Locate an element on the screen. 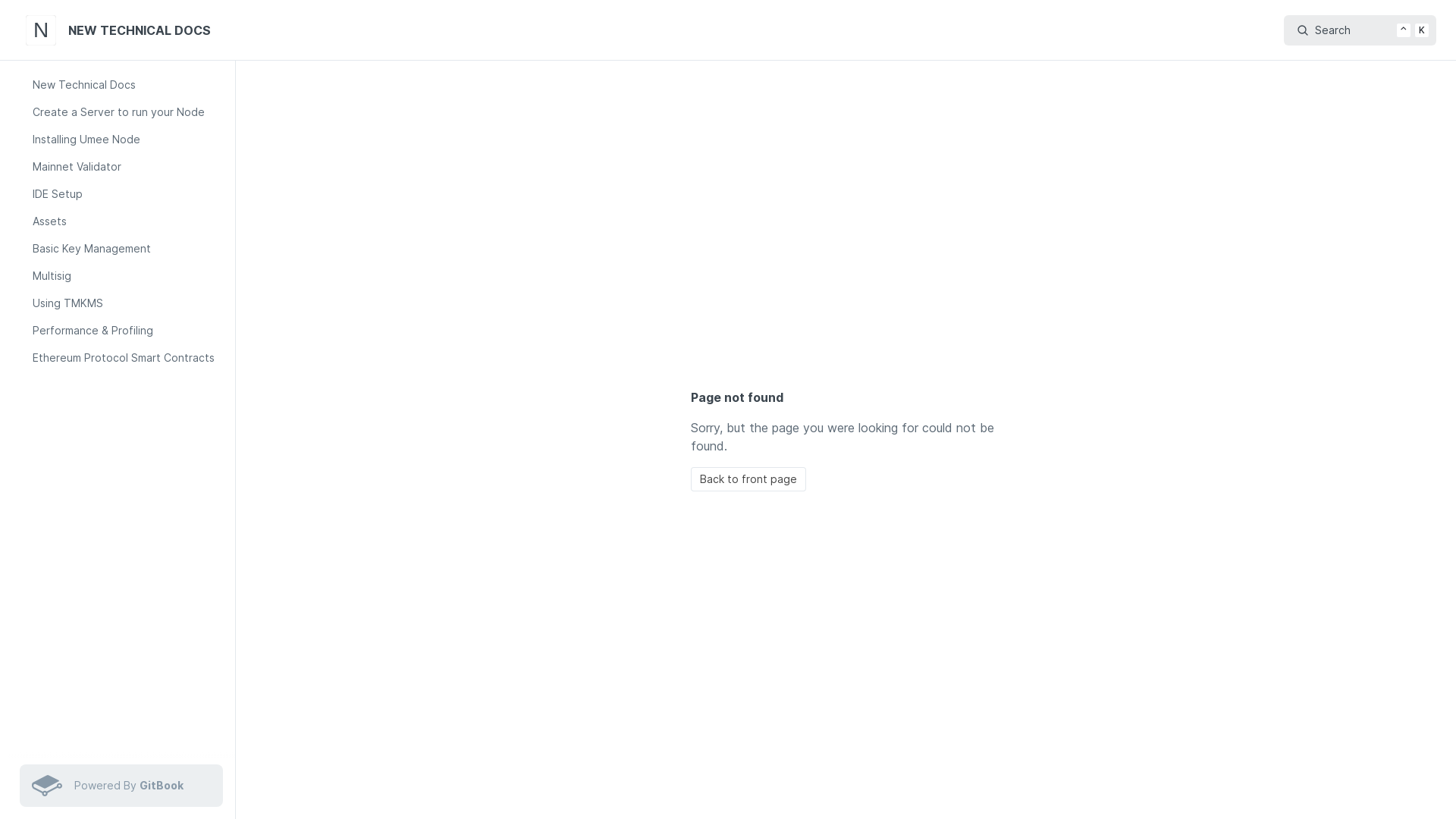 This screenshot has width=1456, height=819. 'Powered By GitBook' is located at coordinates (120, 785).